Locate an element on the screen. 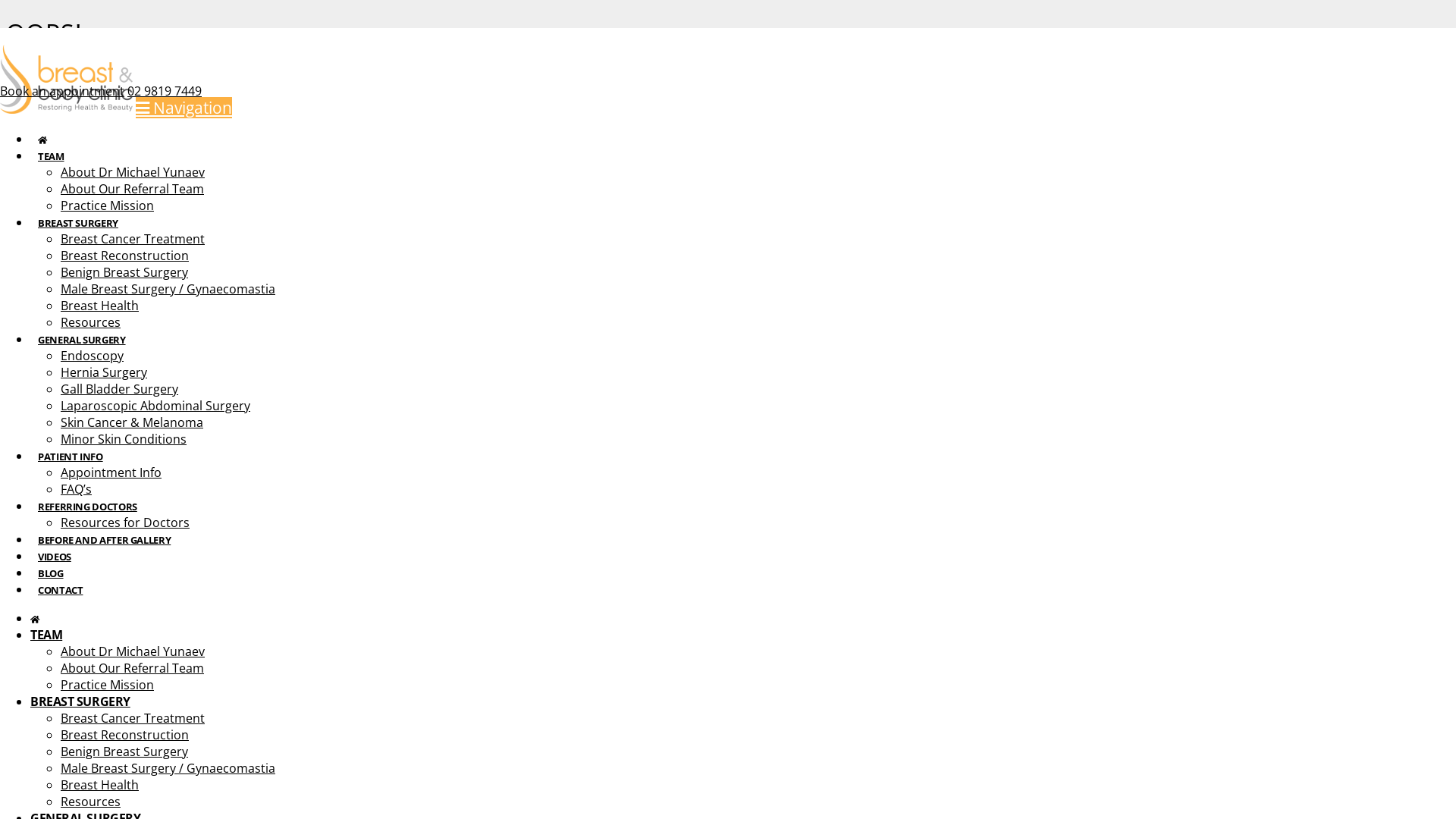 Image resolution: width=1456 pixels, height=819 pixels. 'BREAST SURGERY' is located at coordinates (79, 701).